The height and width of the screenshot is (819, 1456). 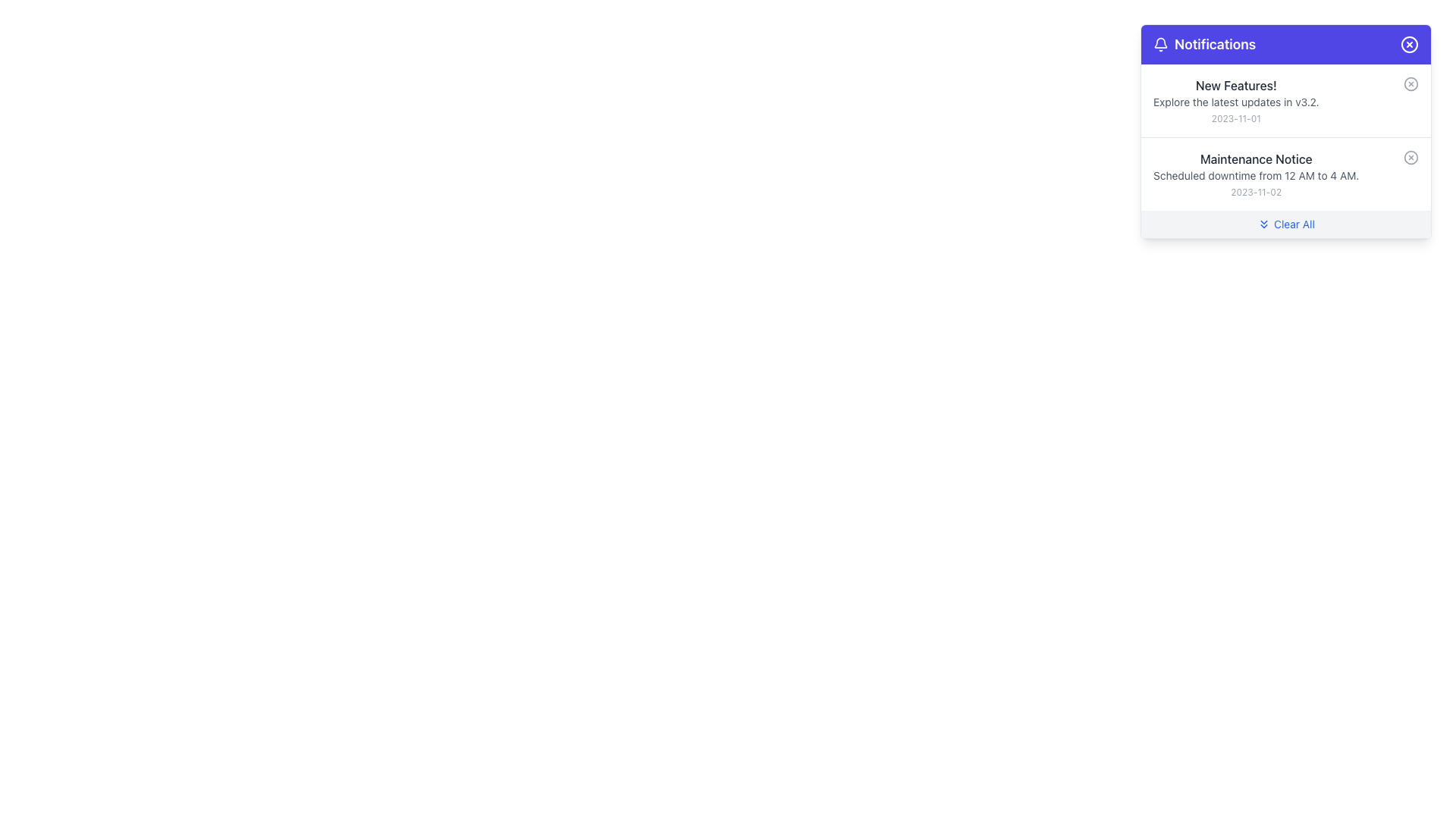 What do you see at coordinates (1160, 42) in the screenshot?
I see `the main body of the notification bell icon located at the top-right of the notification panel` at bounding box center [1160, 42].